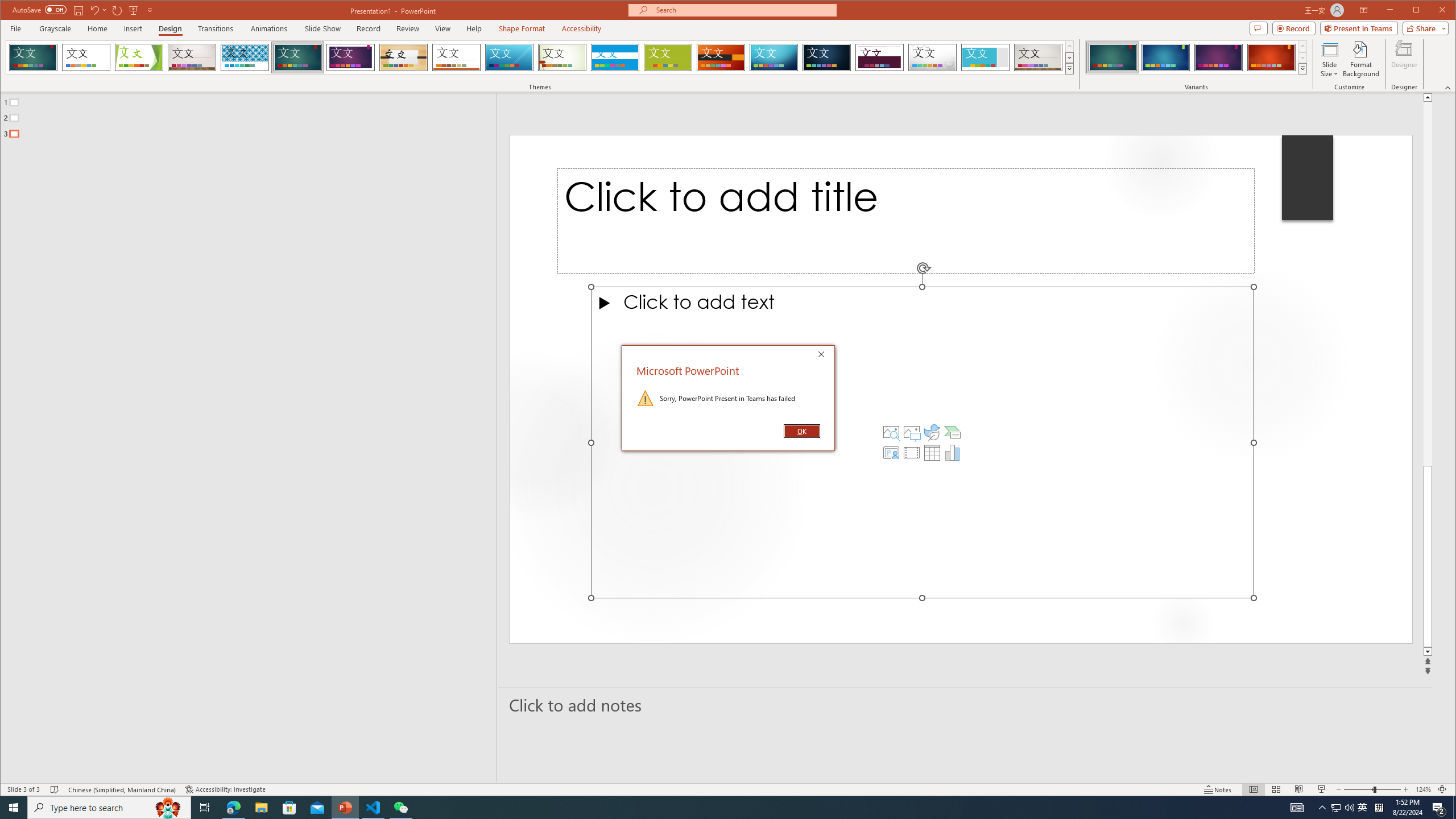 The image size is (1456, 819). I want to click on 'Q2790: 100%', so click(1335, 806).